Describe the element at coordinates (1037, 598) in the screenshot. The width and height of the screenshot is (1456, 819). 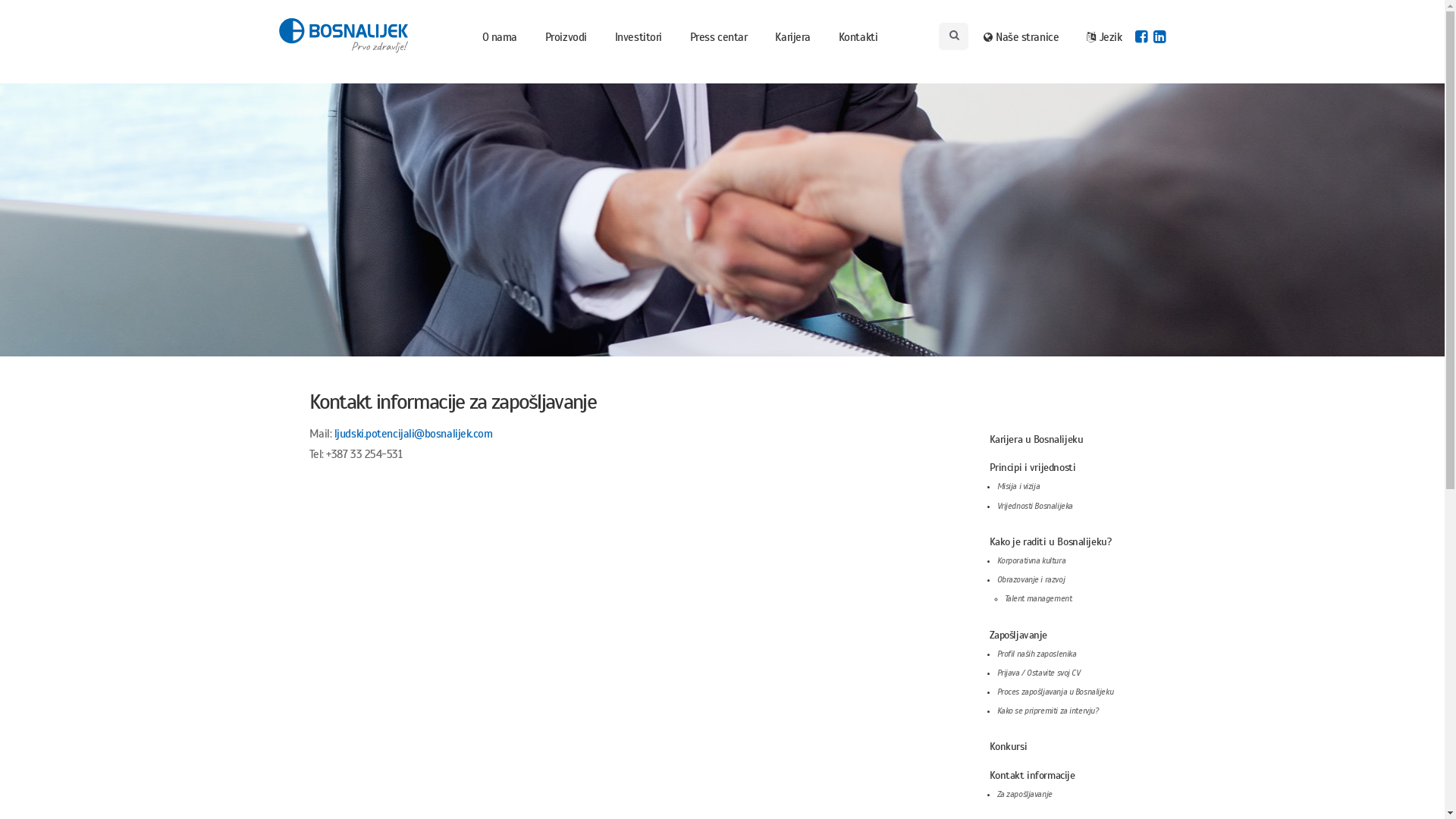
I see `'Talent management'` at that location.